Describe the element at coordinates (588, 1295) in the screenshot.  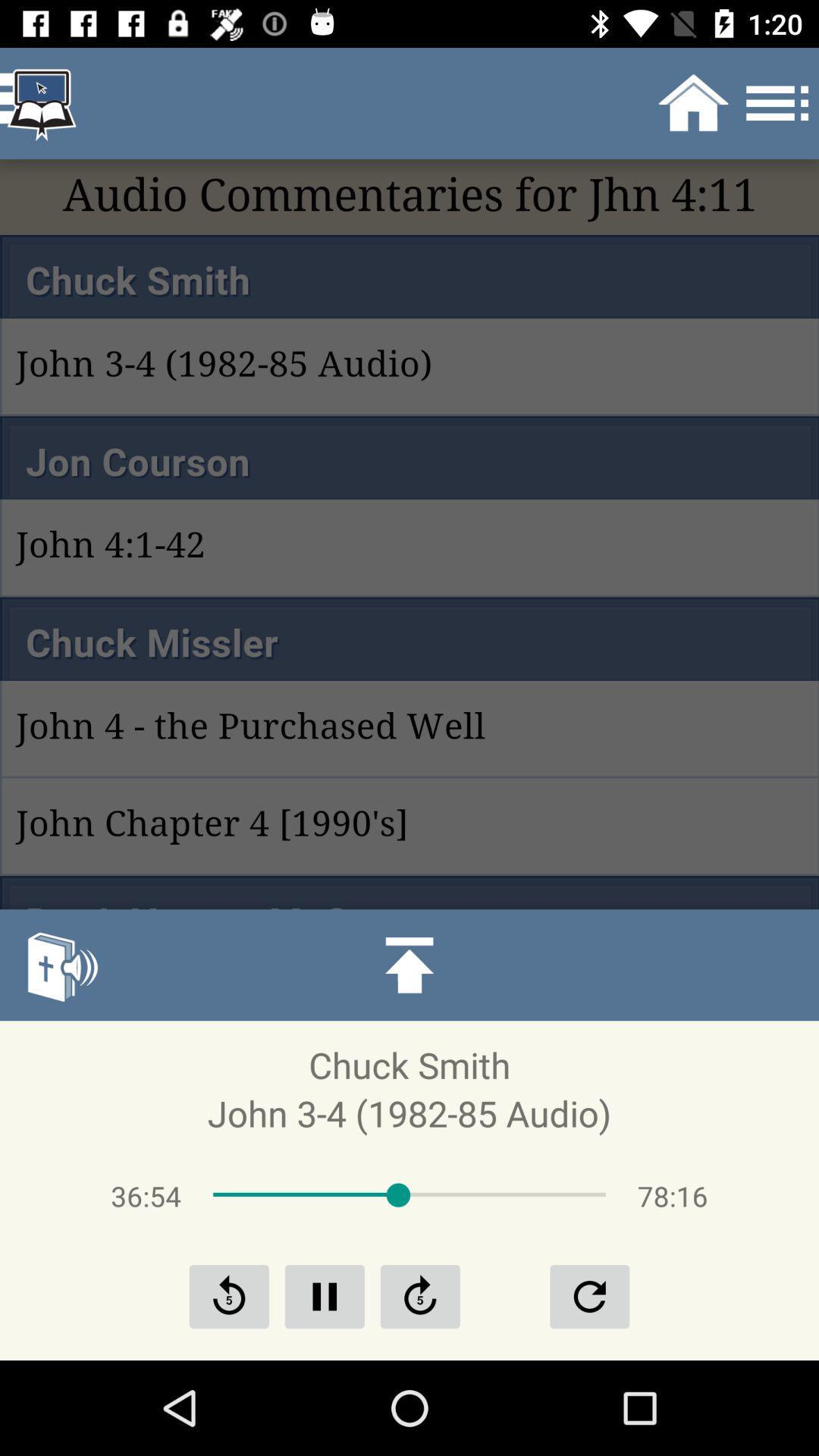
I see `replay the audio` at that location.